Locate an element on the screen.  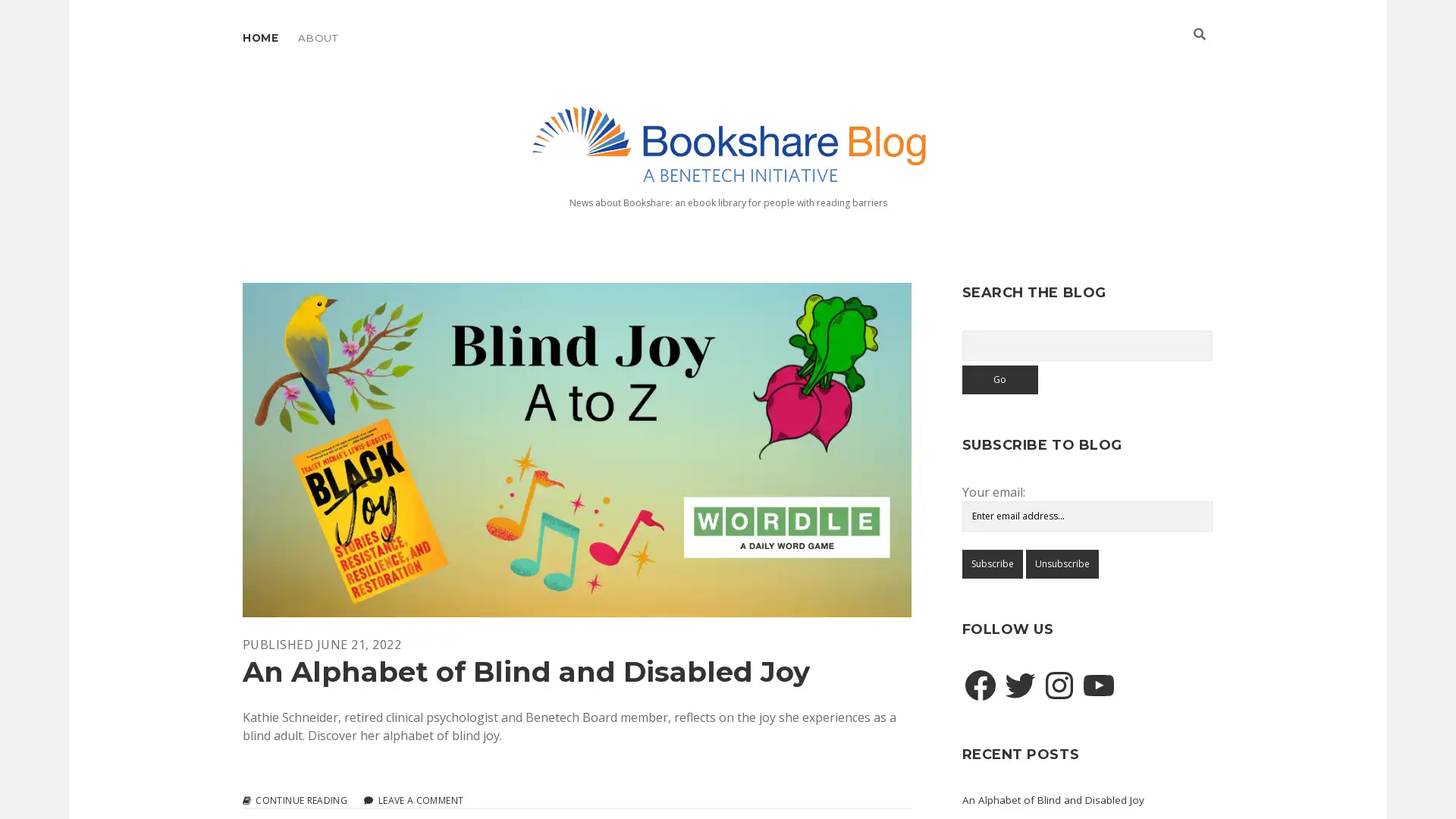
Subscribe is located at coordinates (991, 563).